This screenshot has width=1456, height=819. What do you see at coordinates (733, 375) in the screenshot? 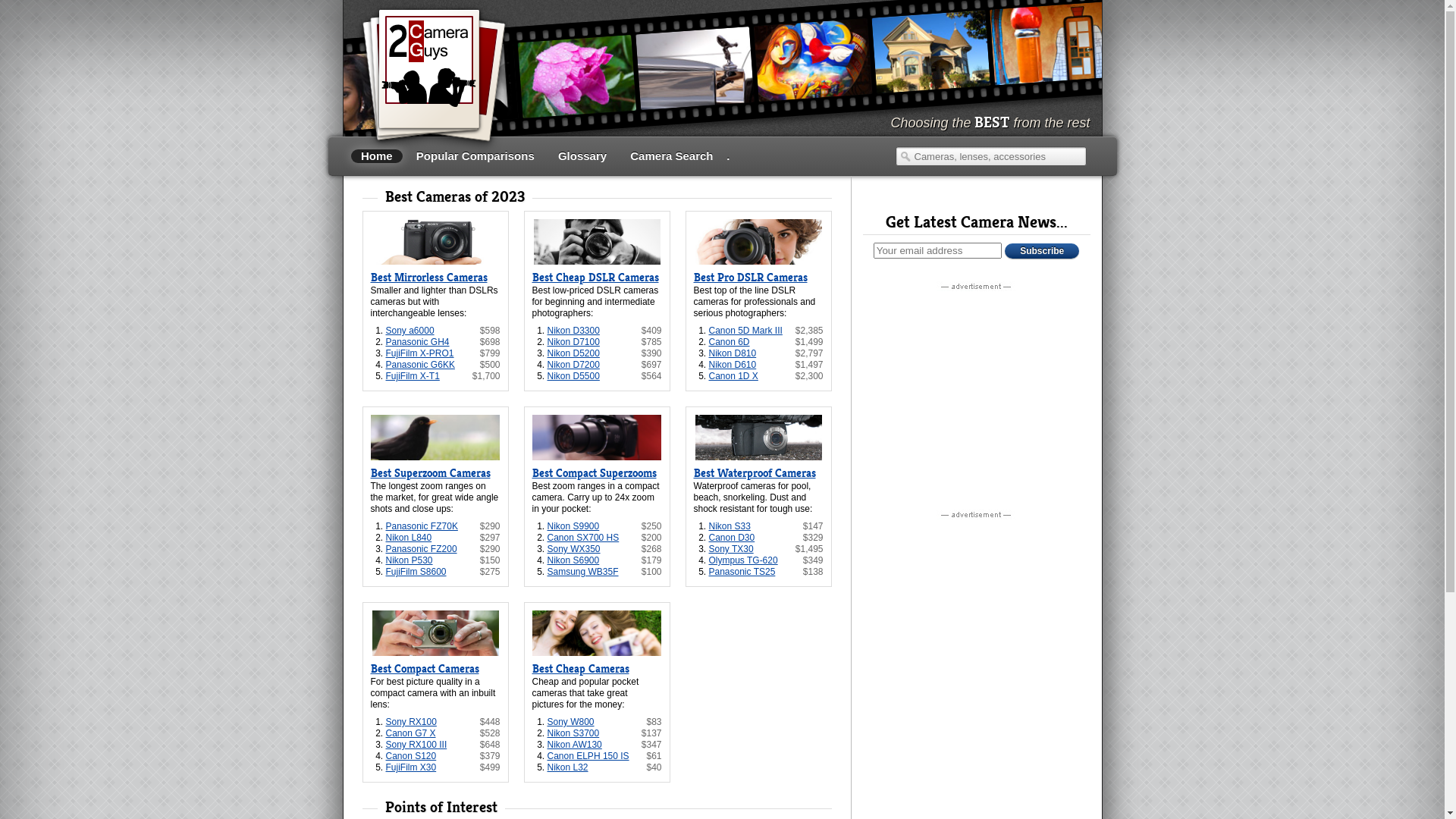
I see `'Canon 1D X'` at bounding box center [733, 375].